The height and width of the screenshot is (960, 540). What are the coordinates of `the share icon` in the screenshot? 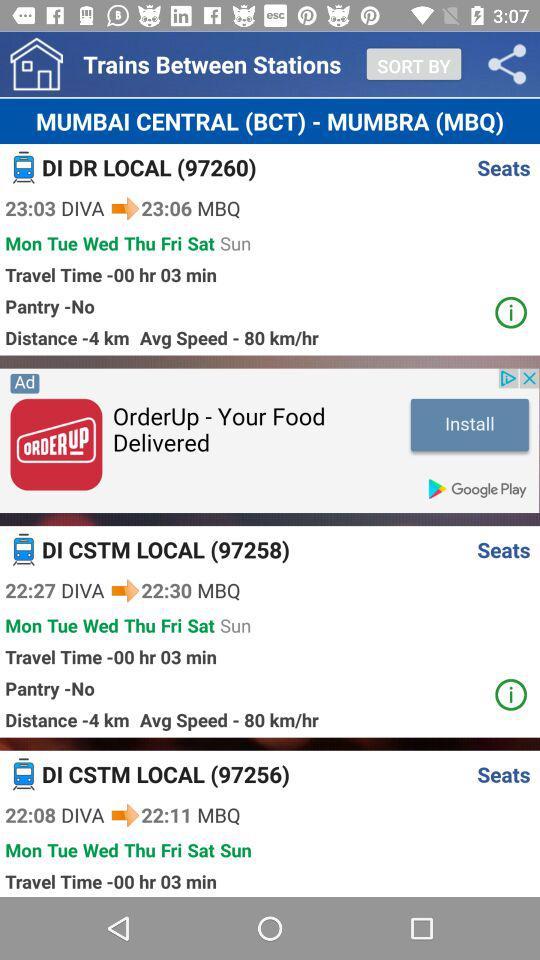 It's located at (507, 64).